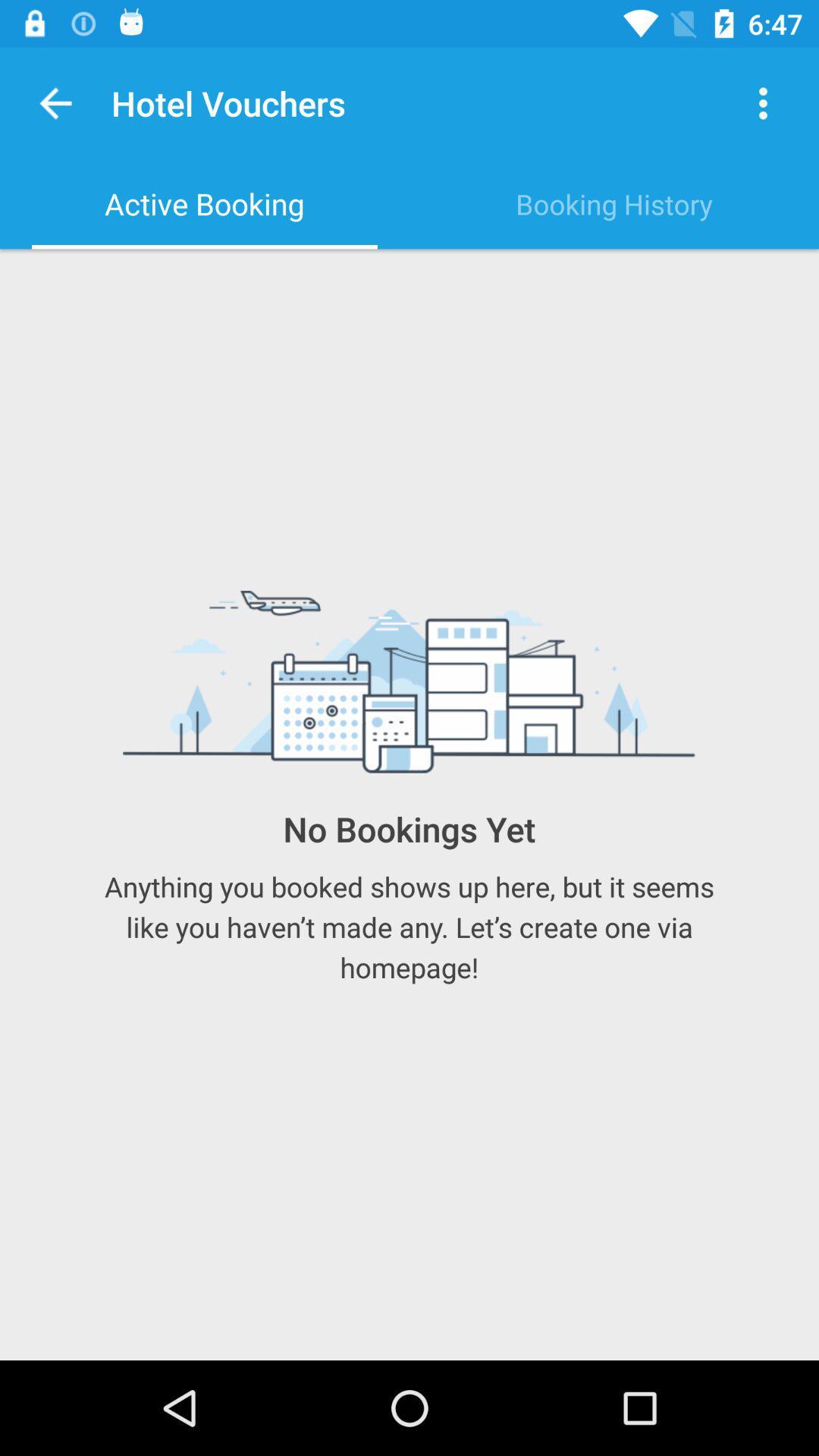 Image resolution: width=819 pixels, height=1456 pixels. I want to click on the item next to the hotel vouchers icon, so click(763, 102).